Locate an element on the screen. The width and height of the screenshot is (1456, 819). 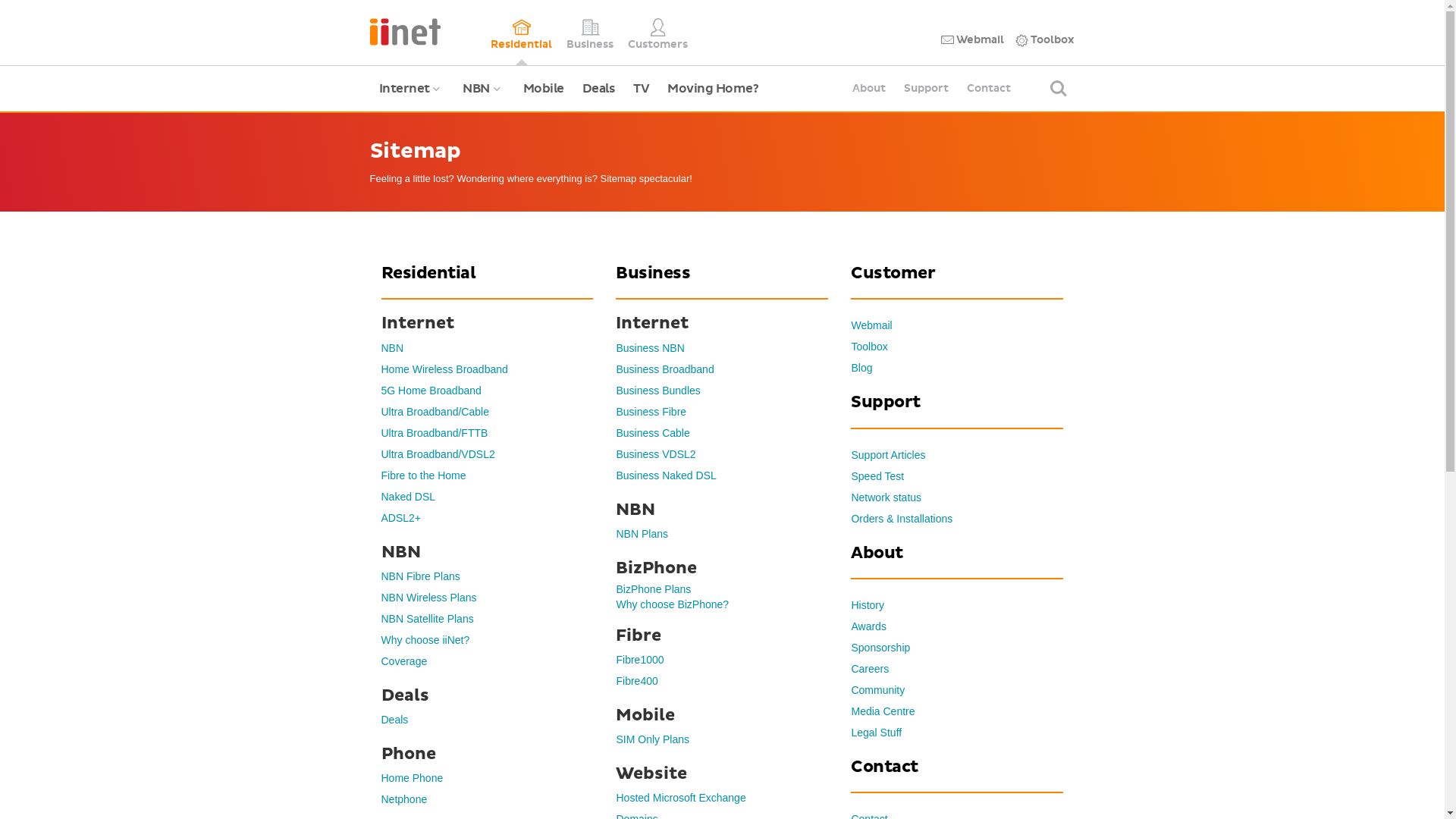
'Fibre to the Home' is located at coordinates (422, 475).